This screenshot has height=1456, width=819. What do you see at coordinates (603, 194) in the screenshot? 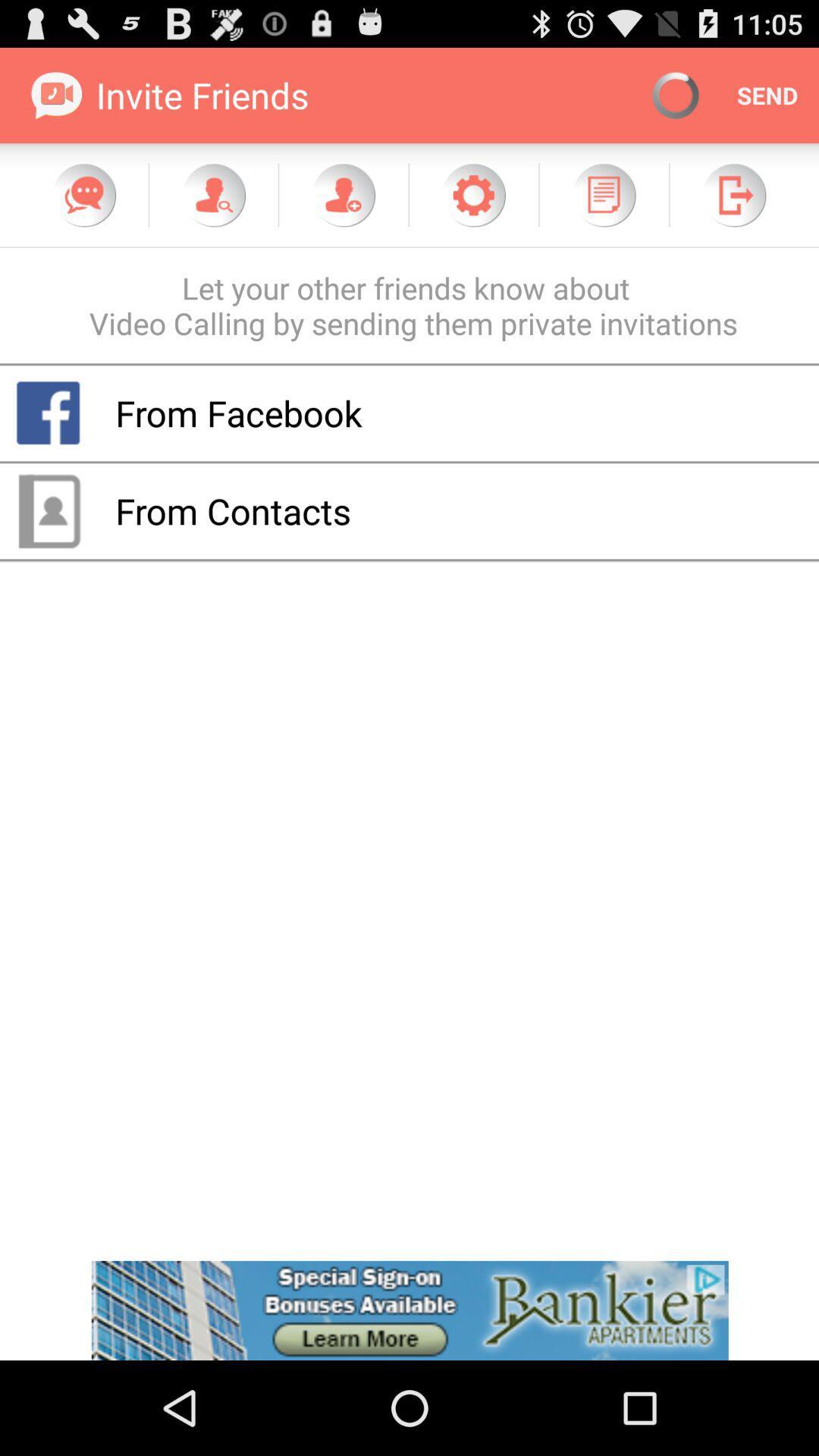
I see `notepad option` at bounding box center [603, 194].